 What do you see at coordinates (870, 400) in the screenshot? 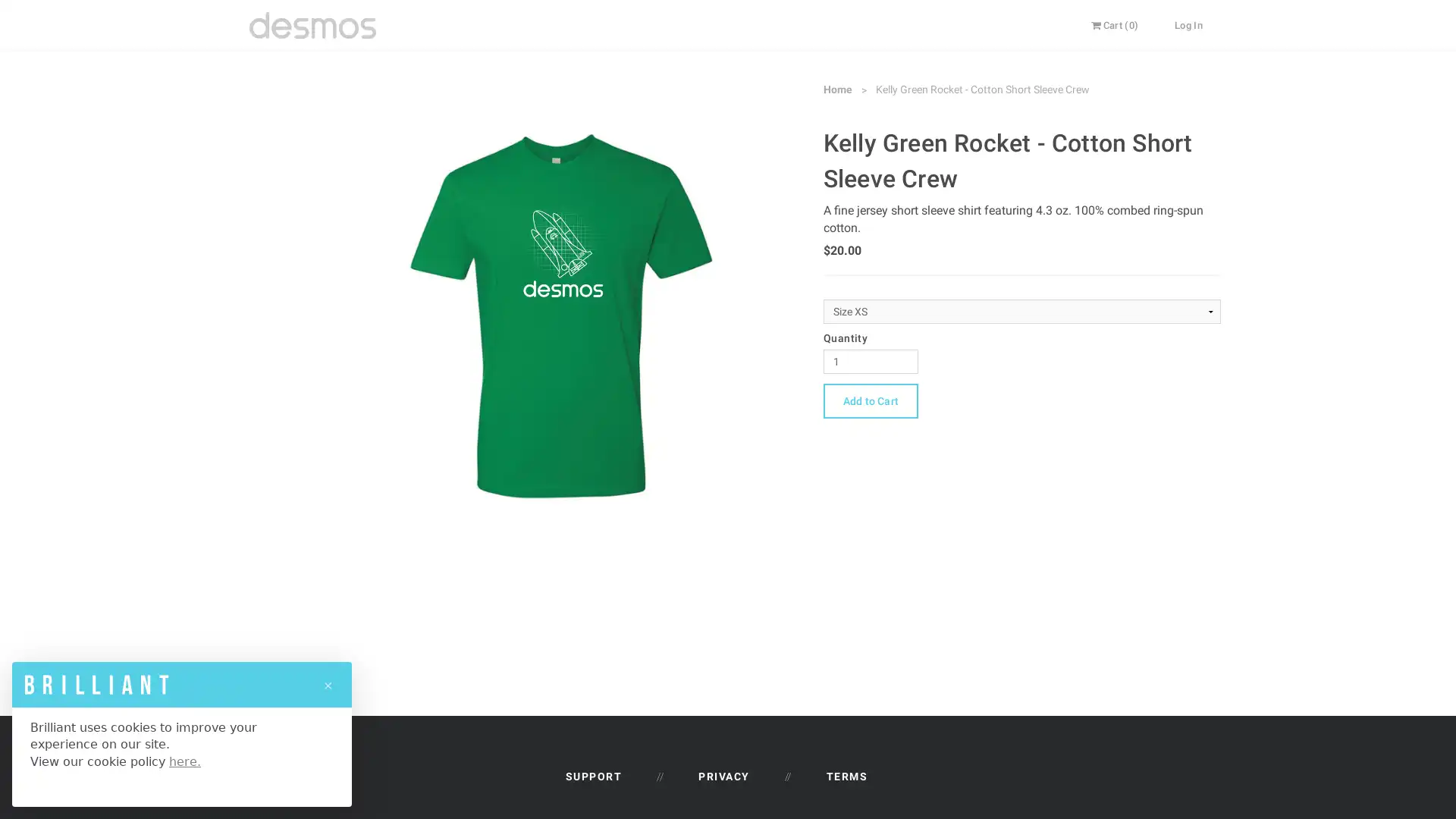
I see `Add to Cart` at bounding box center [870, 400].